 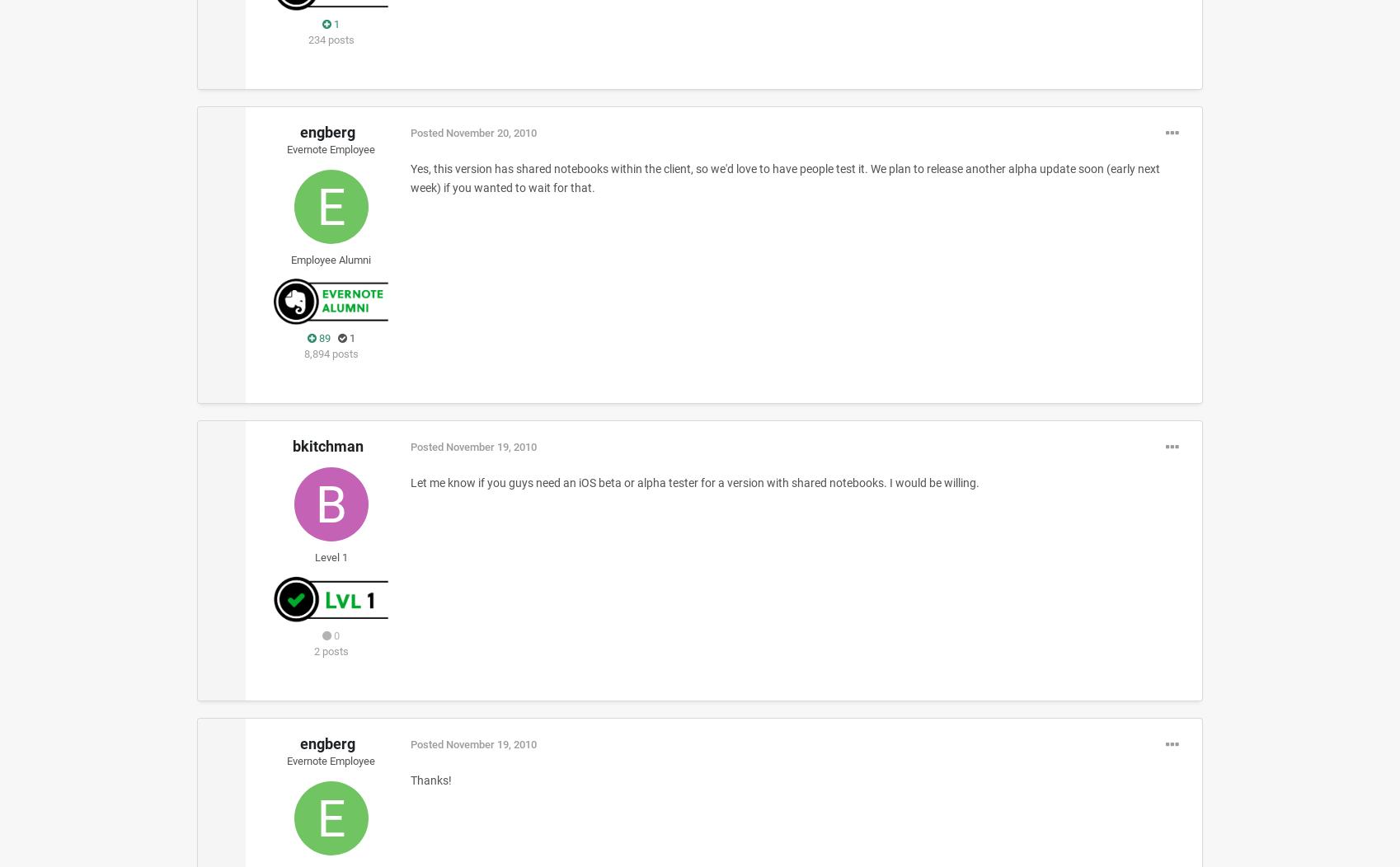 What do you see at coordinates (430, 780) in the screenshot?
I see `'Thanks!'` at bounding box center [430, 780].